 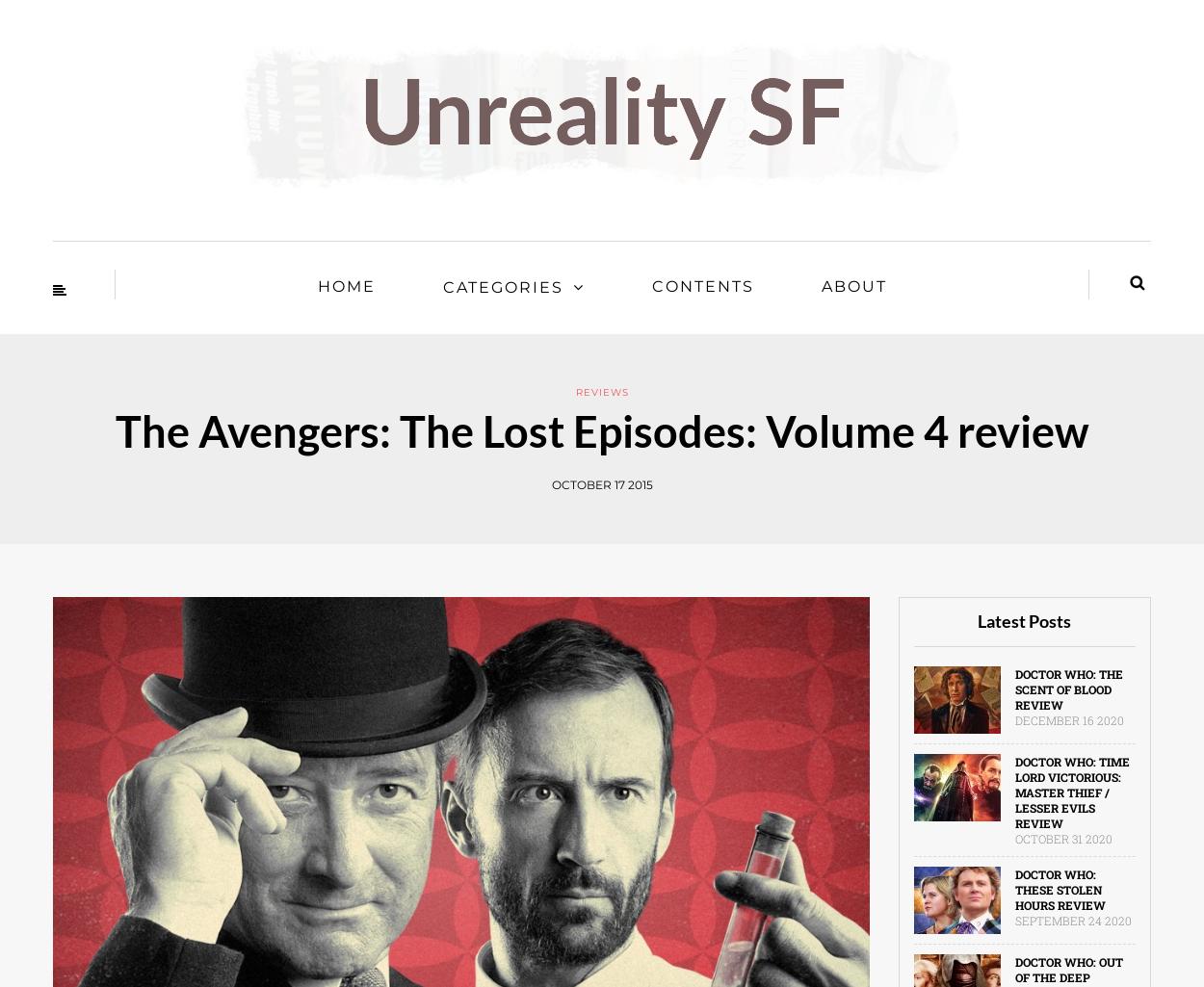 What do you see at coordinates (502, 287) in the screenshot?
I see `'Categories'` at bounding box center [502, 287].